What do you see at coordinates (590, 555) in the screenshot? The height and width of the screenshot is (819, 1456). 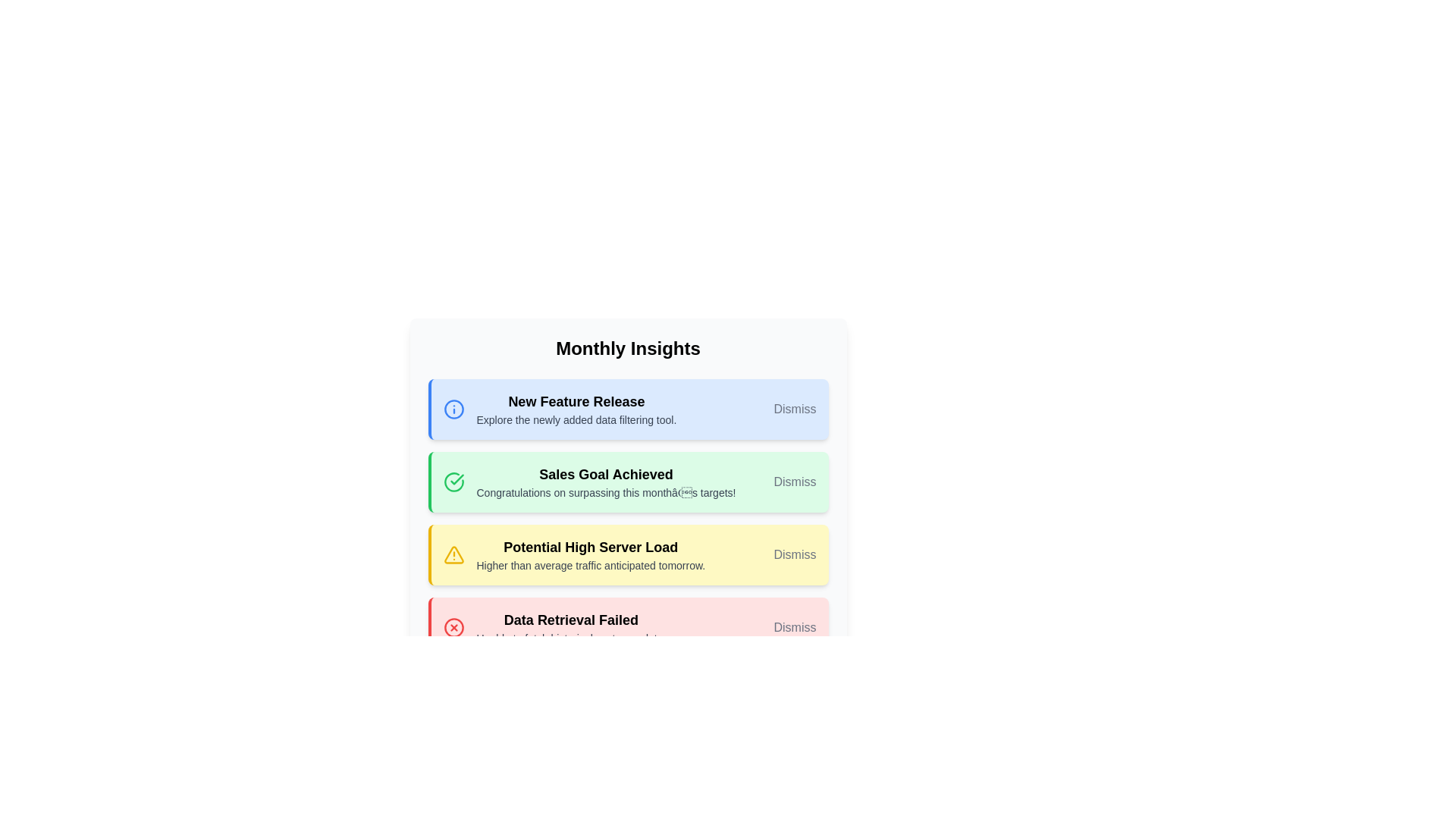 I see `the informational text block displaying 'Potential High Server Load' and 'Higher than average traffic anticipated tomorrow.' which is centrally located within a yellow-highlighted section` at bounding box center [590, 555].